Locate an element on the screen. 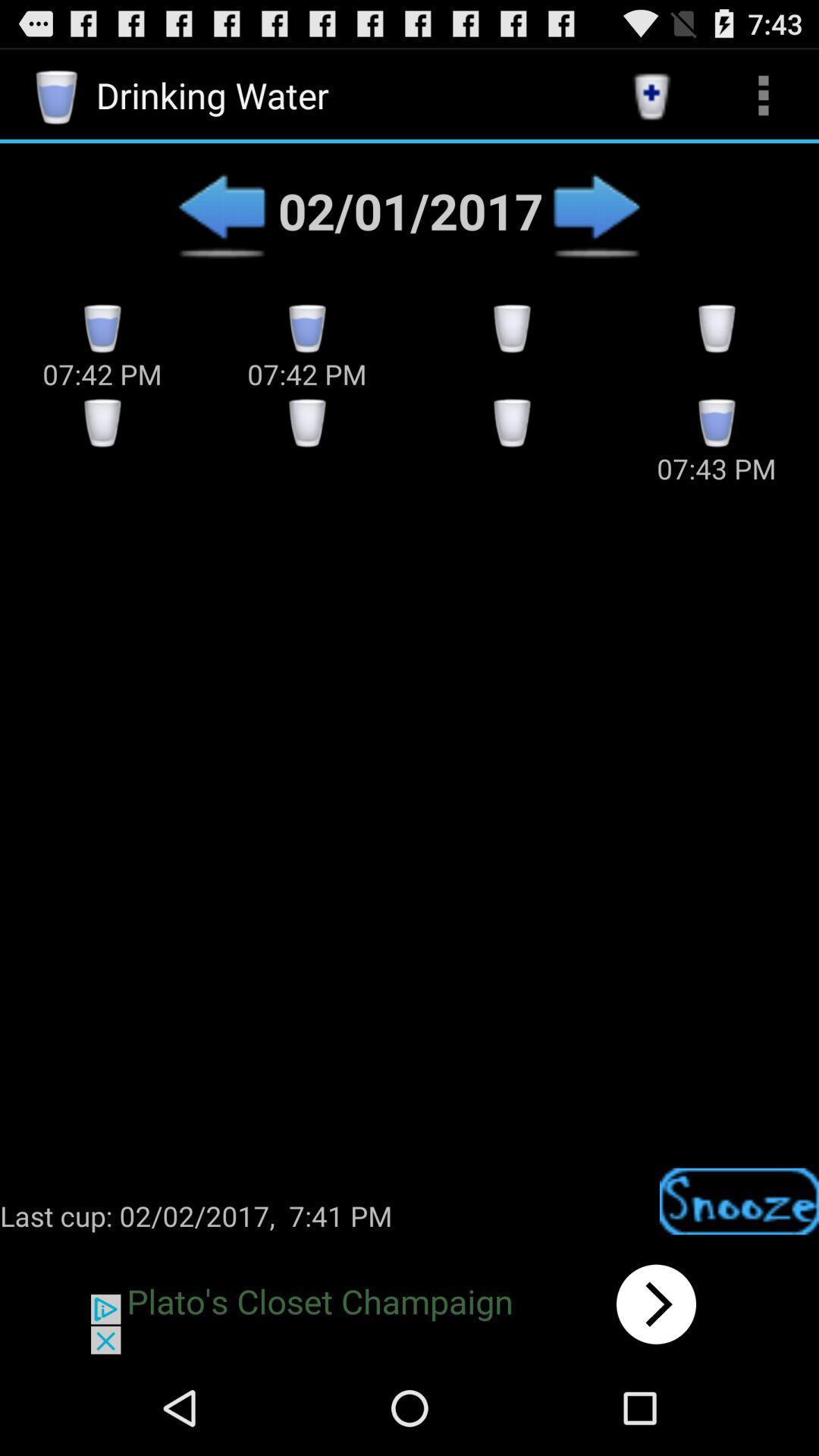 This screenshot has width=819, height=1456. next option is located at coordinates (595, 210).